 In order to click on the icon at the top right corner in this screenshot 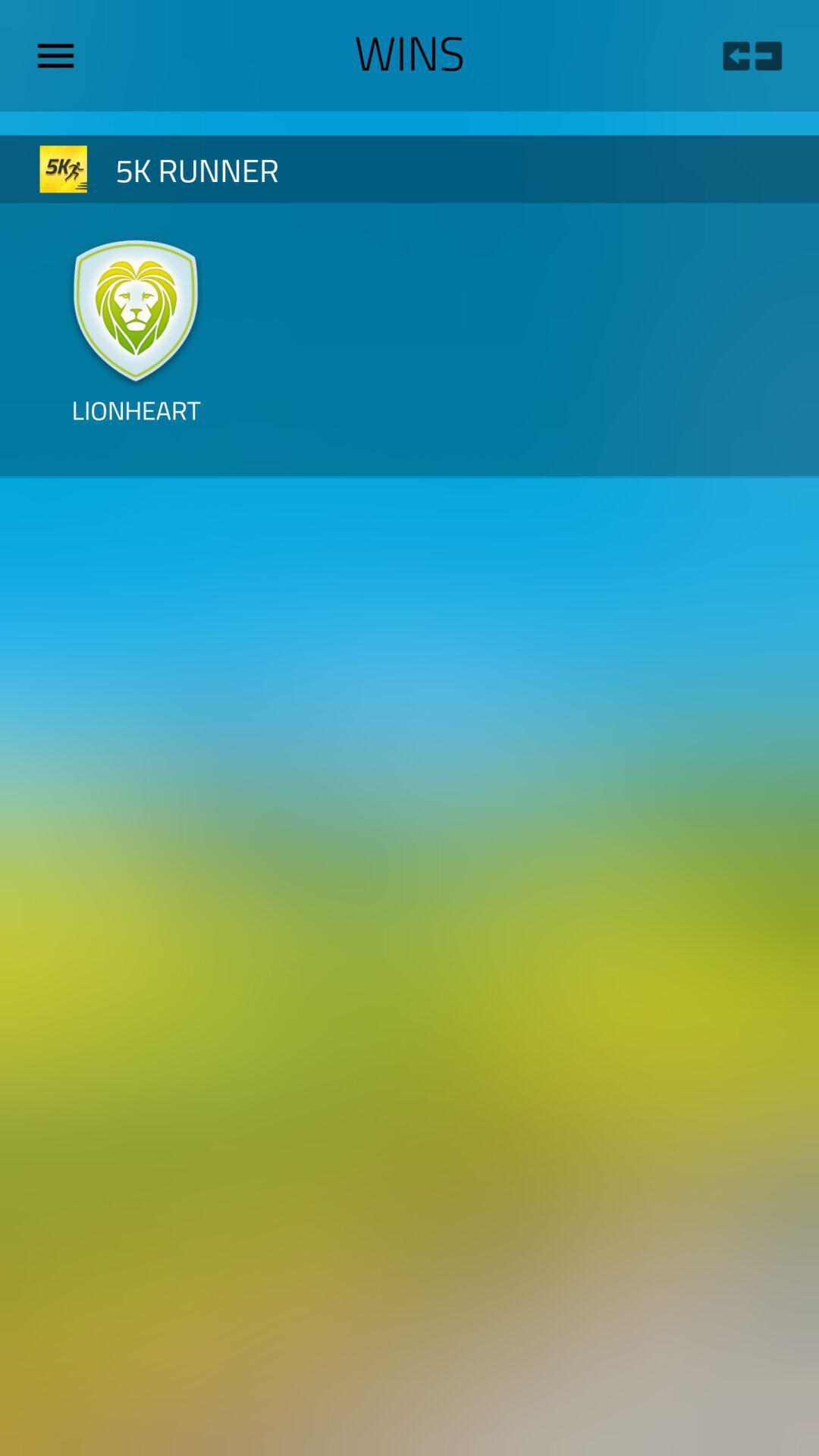, I will do `click(752, 55)`.